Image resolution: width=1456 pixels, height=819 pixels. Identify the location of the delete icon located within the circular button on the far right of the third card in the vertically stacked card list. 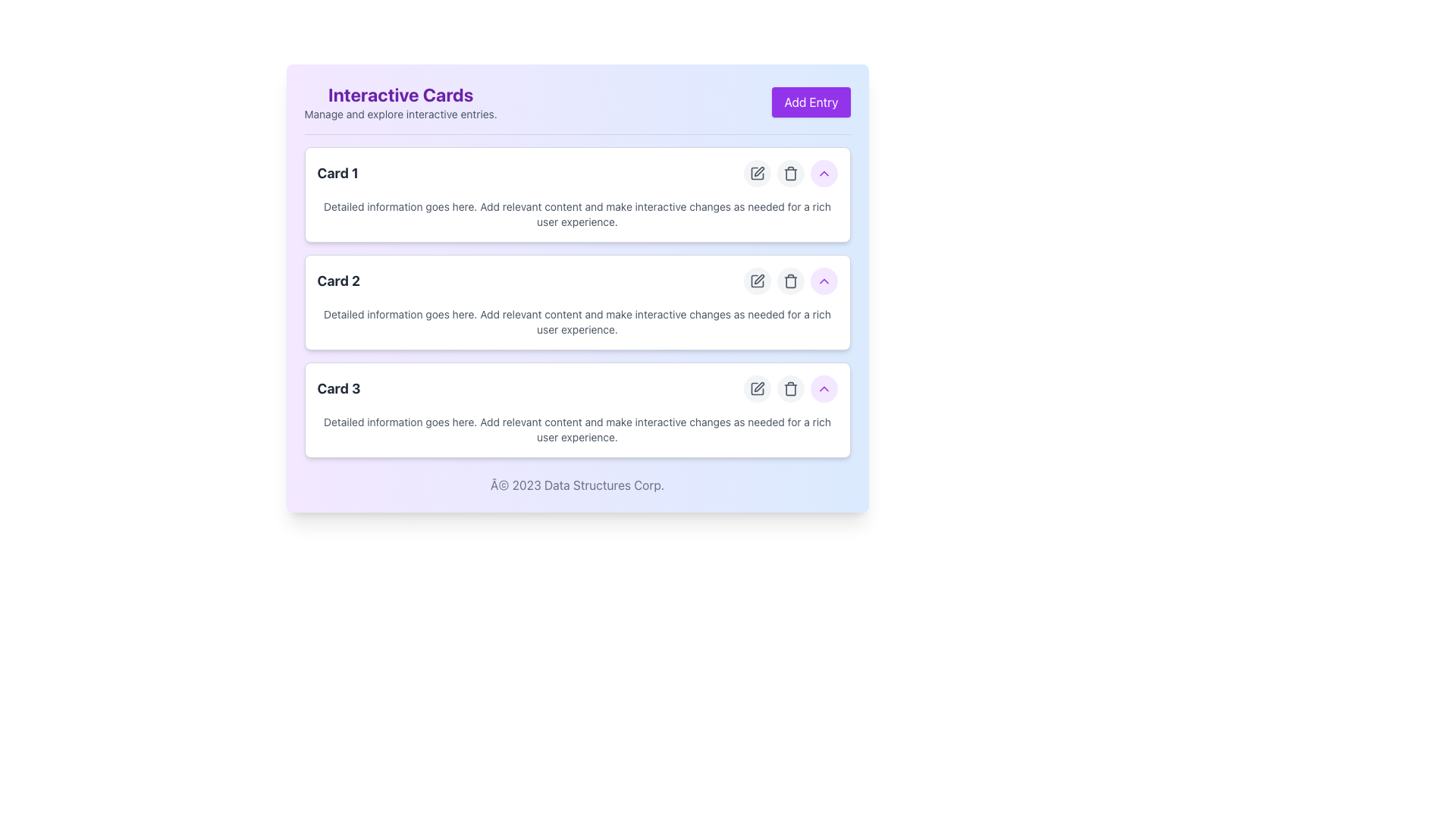
(789, 388).